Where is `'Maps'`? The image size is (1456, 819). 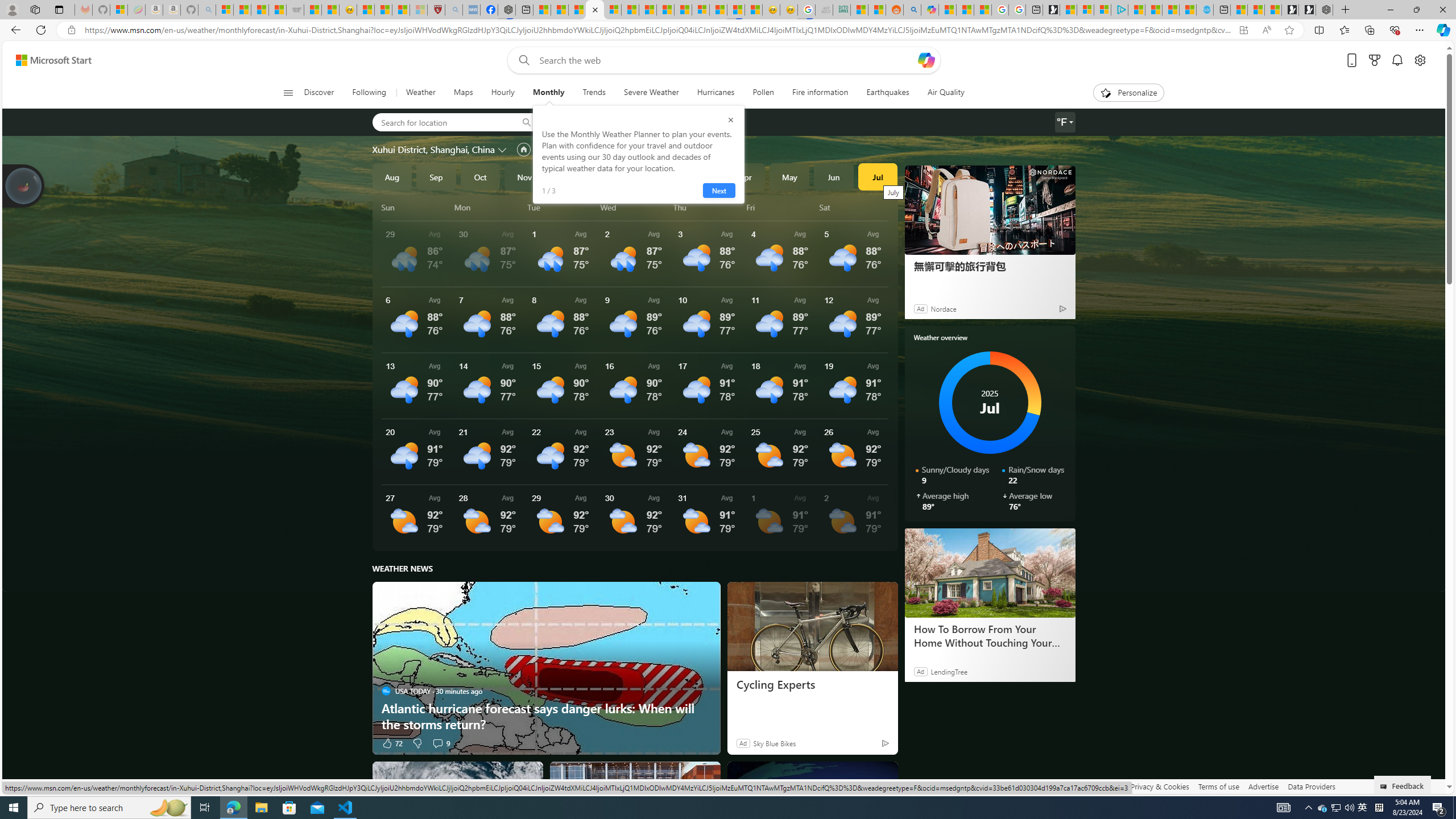 'Maps' is located at coordinates (463, 92).